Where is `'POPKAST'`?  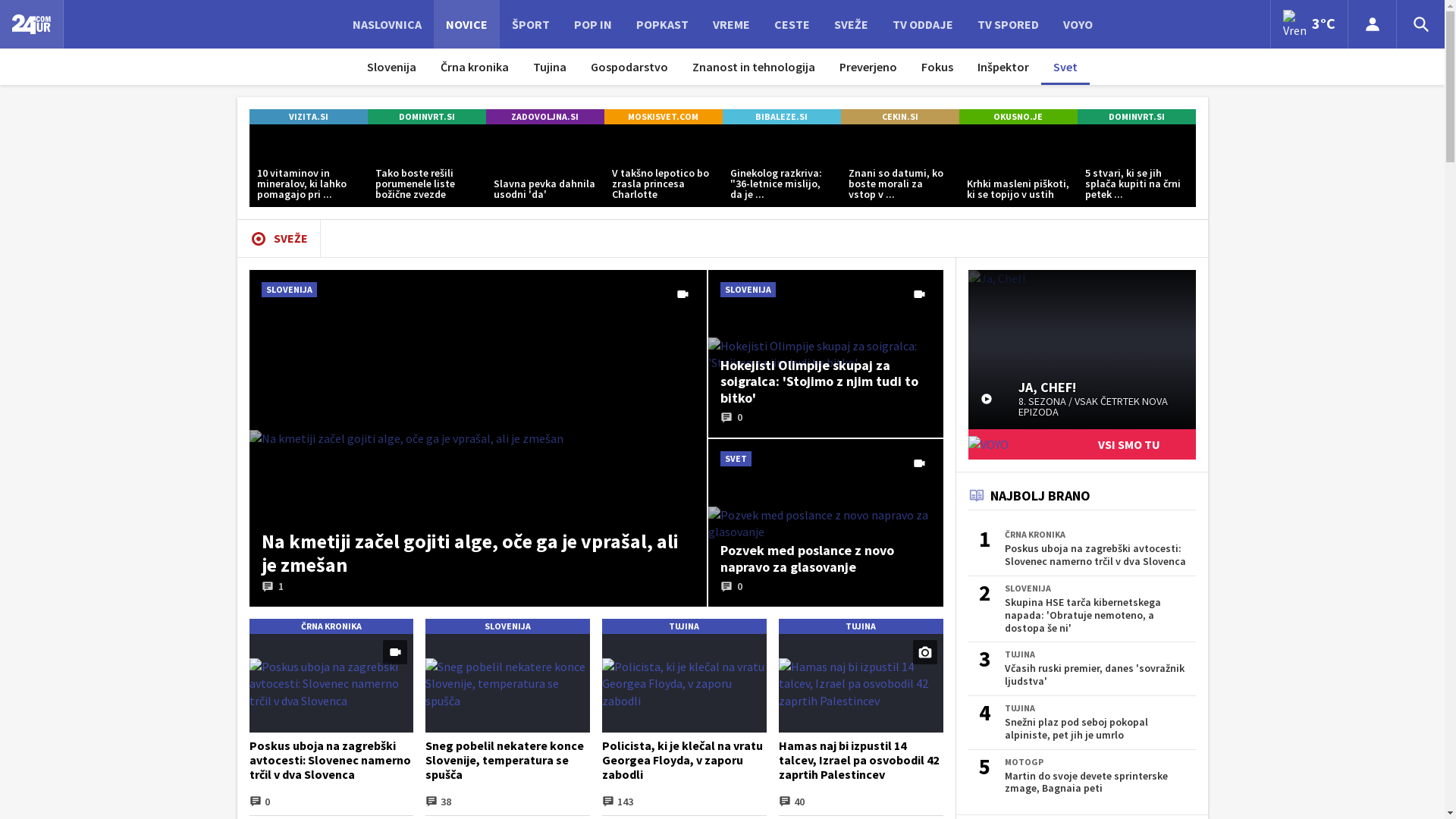
'POPKAST' is located at coordinates (661, 24).